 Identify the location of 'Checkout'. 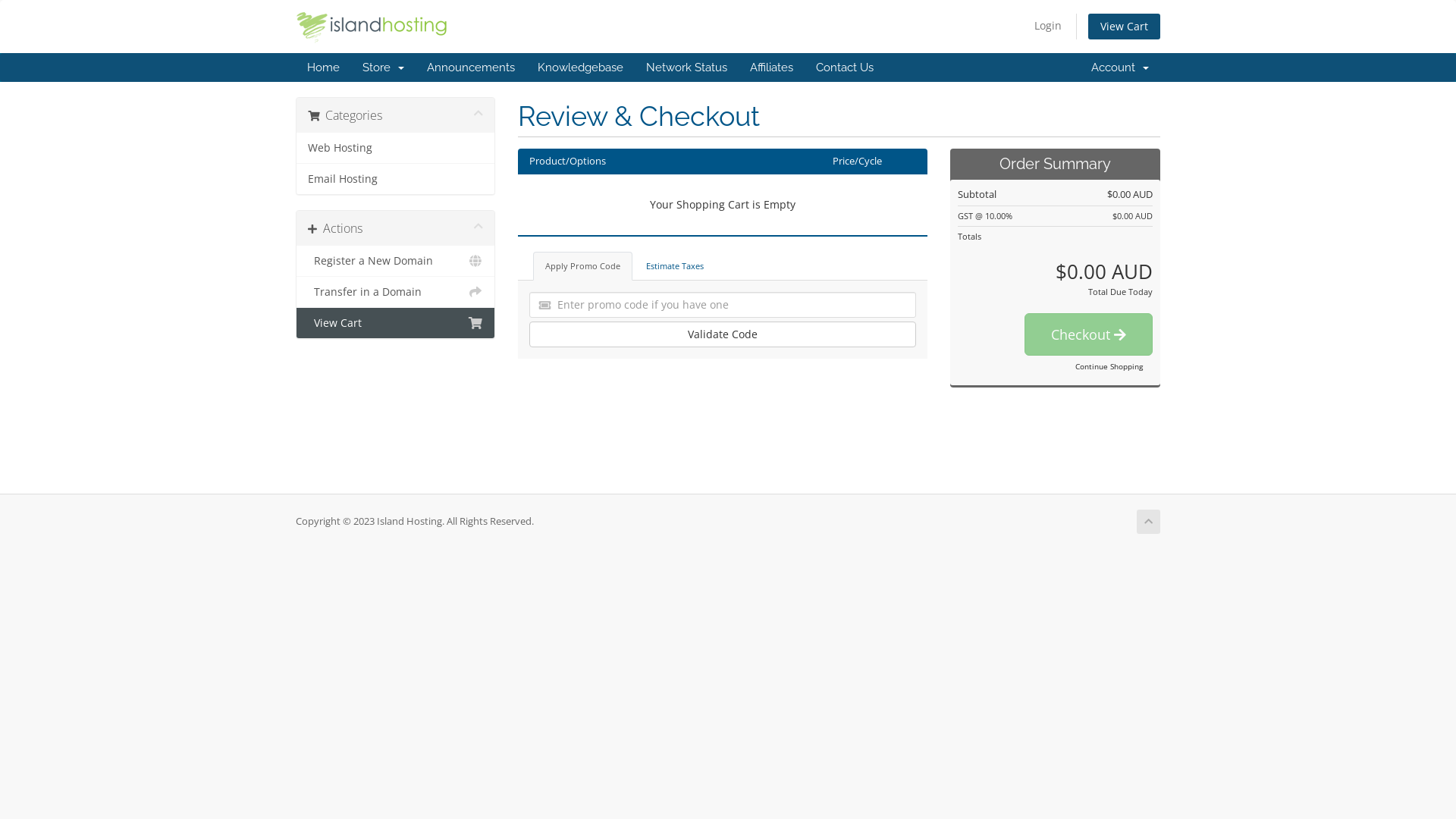
(1087, 333).